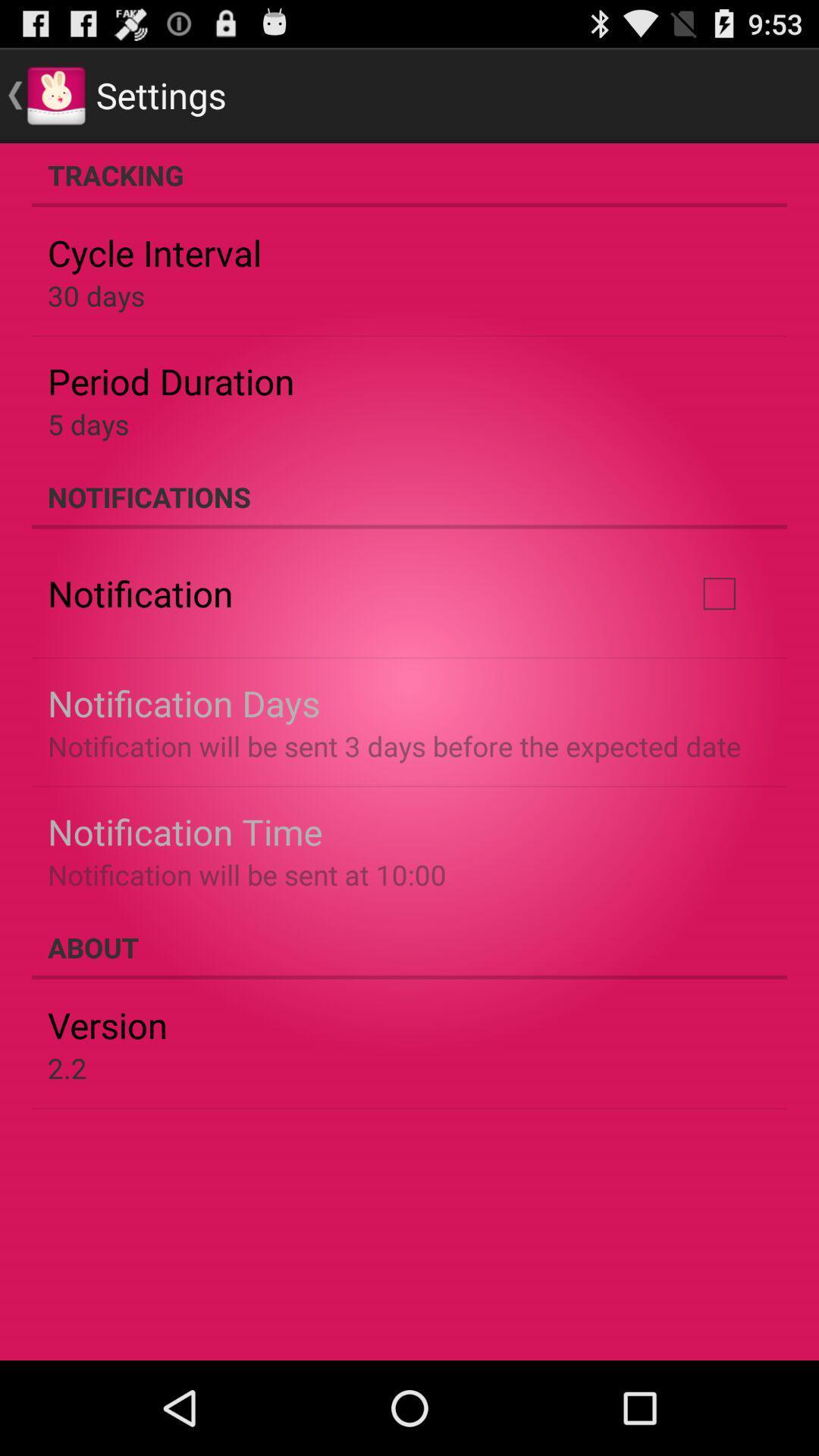 The height and width of the screenshot is (1456, 819). What do you see at coordinates (409, 946) in the screenshot?
I see `the item above the version icon` at bounding box center [409, 946].